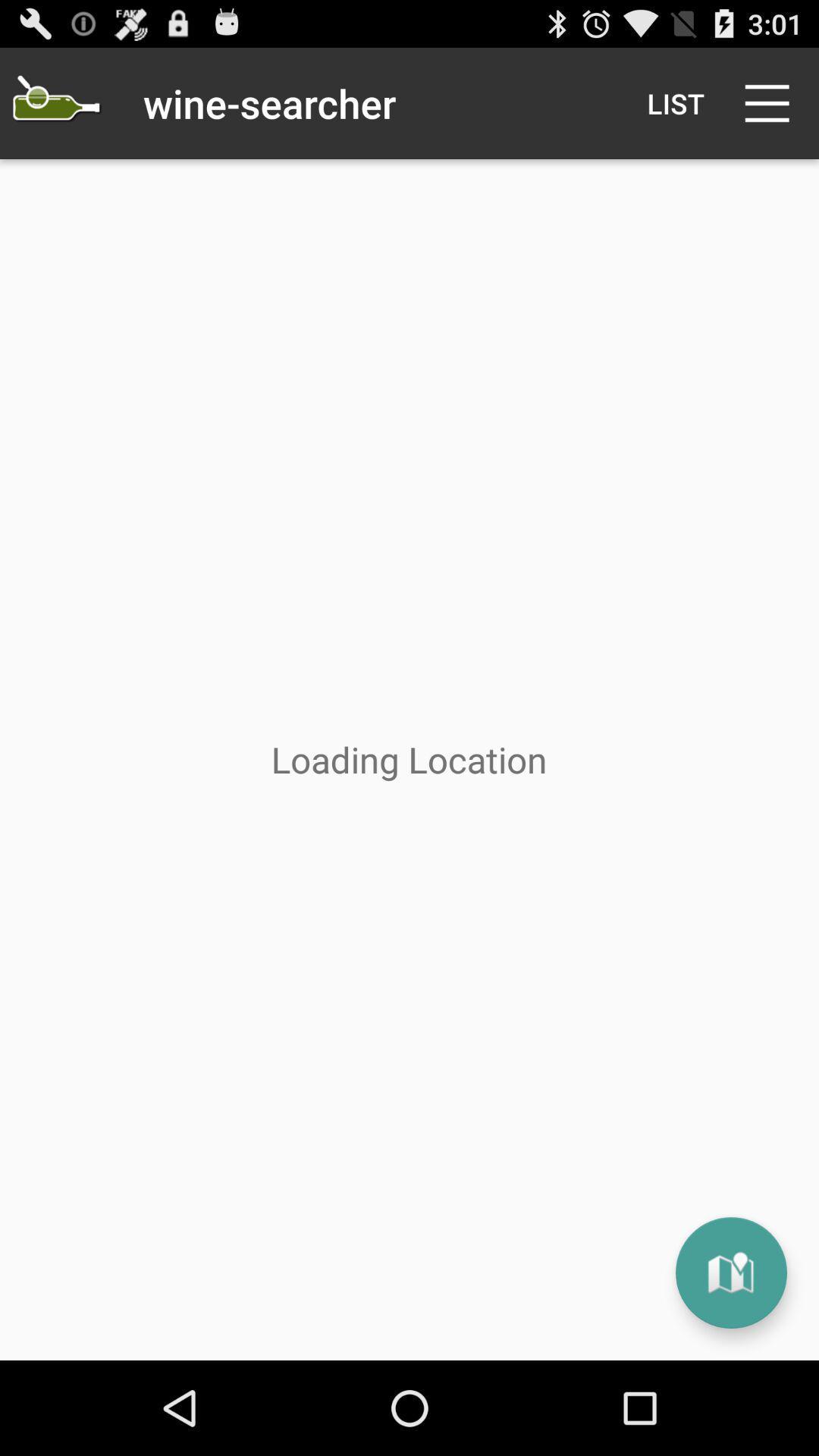 The height and width of the screenshot is (1456, 819). I want to click on the list icon, so click(675, 102).